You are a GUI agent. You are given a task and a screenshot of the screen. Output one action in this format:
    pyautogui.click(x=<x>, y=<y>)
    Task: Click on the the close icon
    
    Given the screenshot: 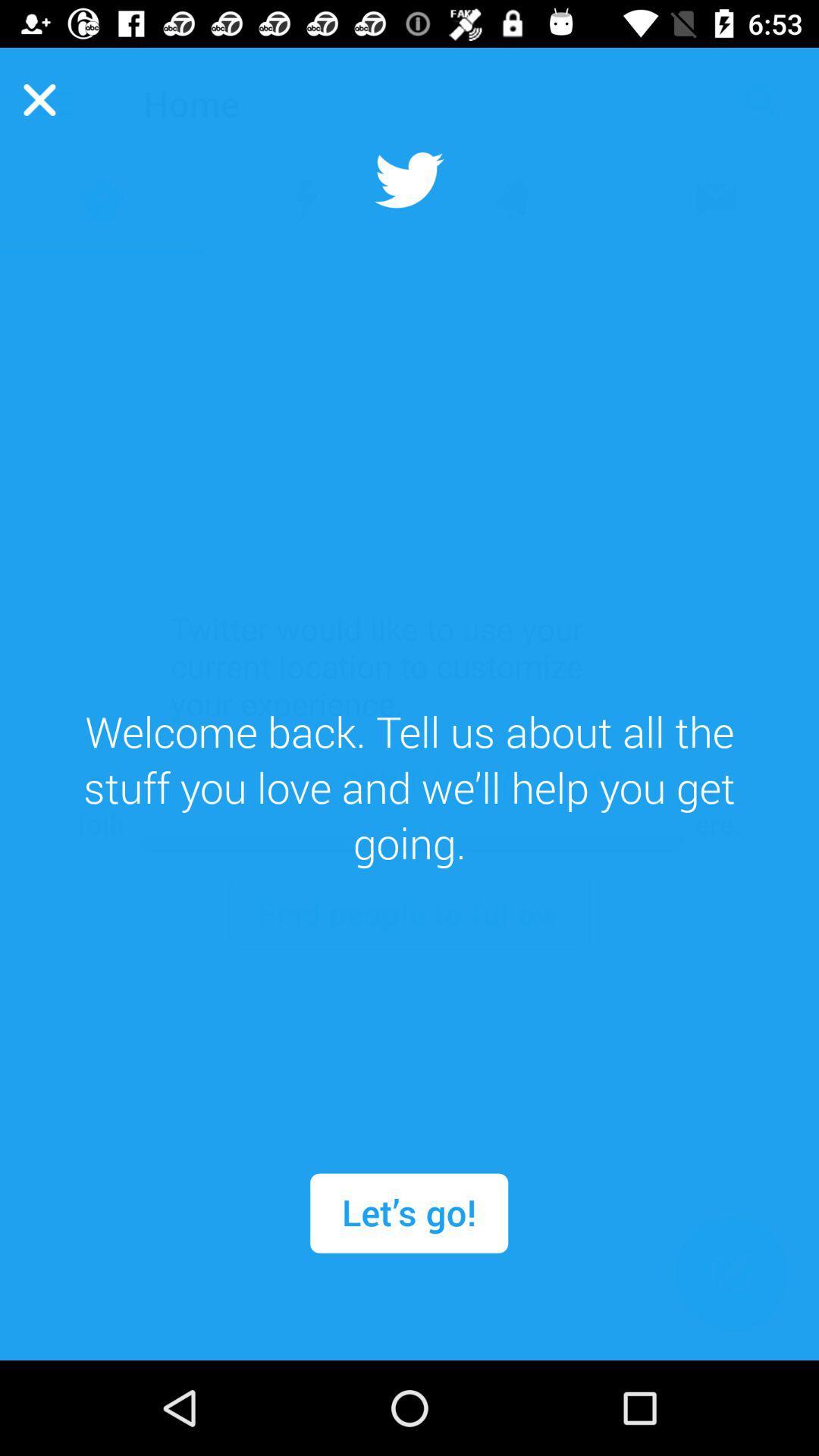 What is the action you would take?
    pyautogui.click(x=39, y=99)
    